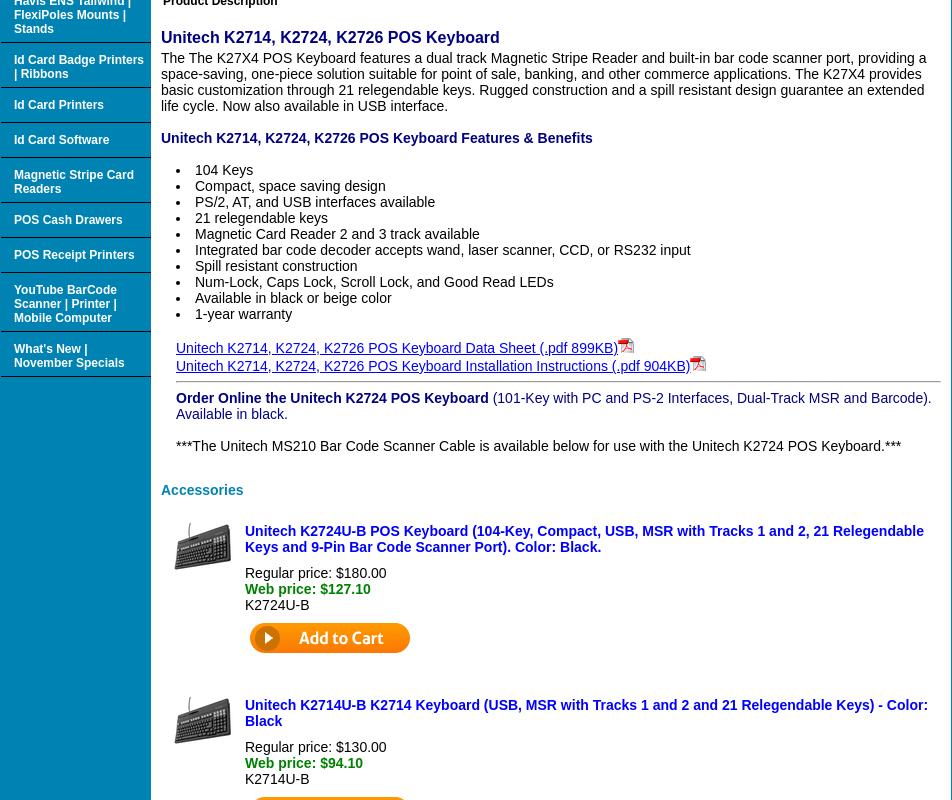 Image resolution: width=952 pixels, height=800 pixels. I want to click on 'POS Cash Drawers', so click(67, 218).